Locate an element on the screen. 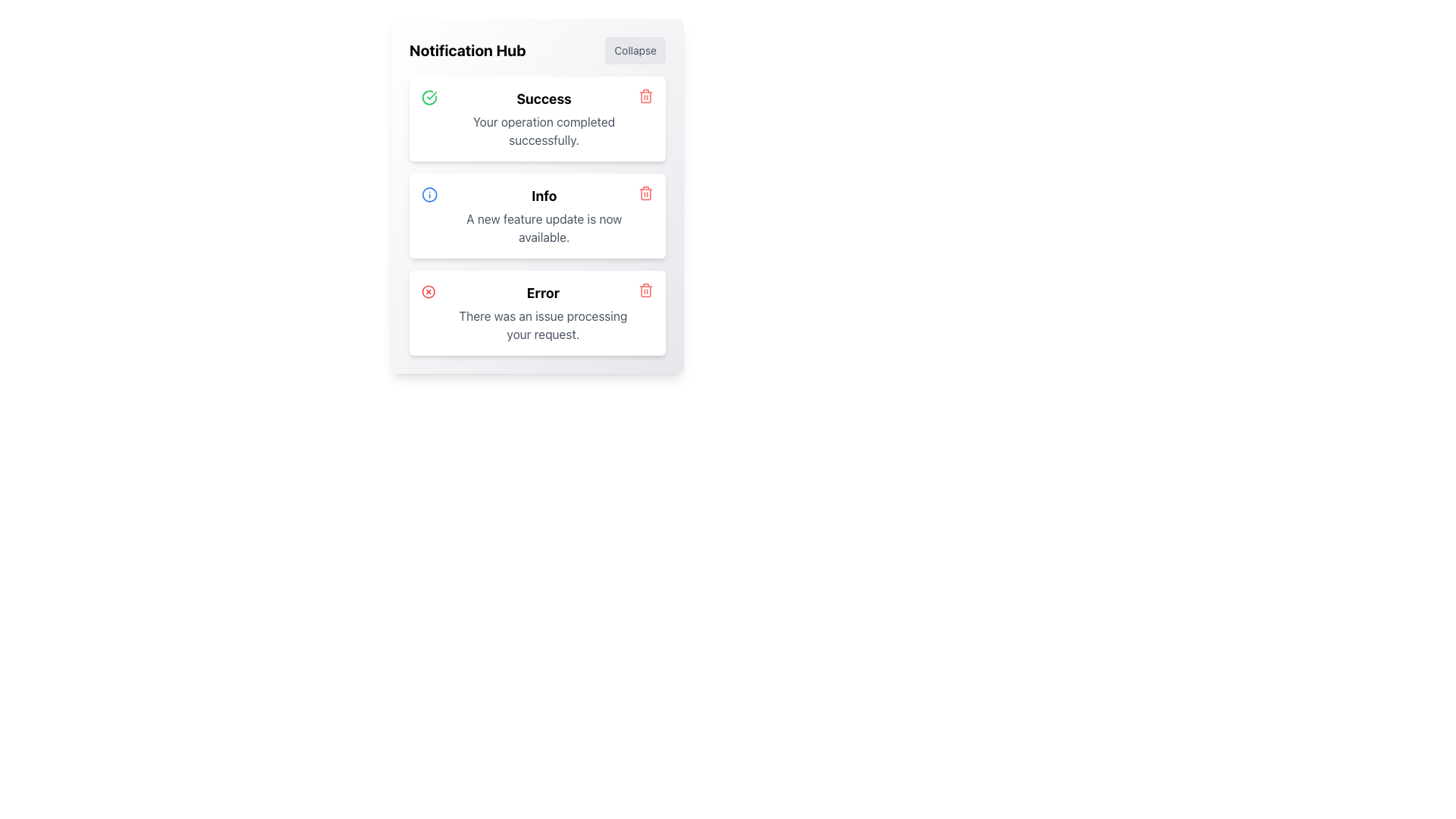  the button located in the top-right corner of the 'Notification Hub' is located at coordinates (635, 49).